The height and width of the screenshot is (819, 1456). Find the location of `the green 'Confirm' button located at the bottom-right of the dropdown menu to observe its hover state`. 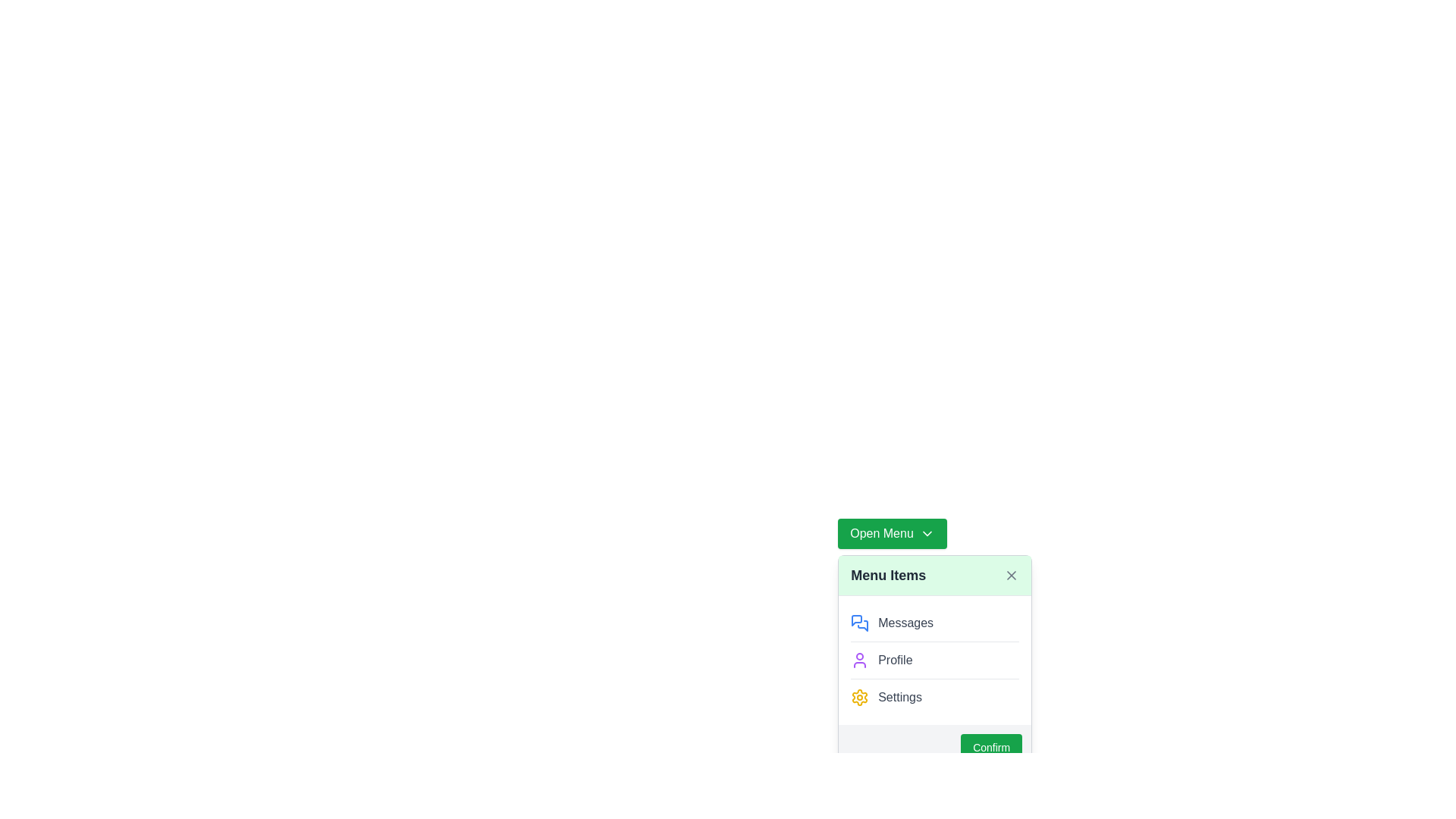

the green 'Confirm' button located at the bottom-right of the dropdown menu to observe its hover state is located at coordinates (934, 747).